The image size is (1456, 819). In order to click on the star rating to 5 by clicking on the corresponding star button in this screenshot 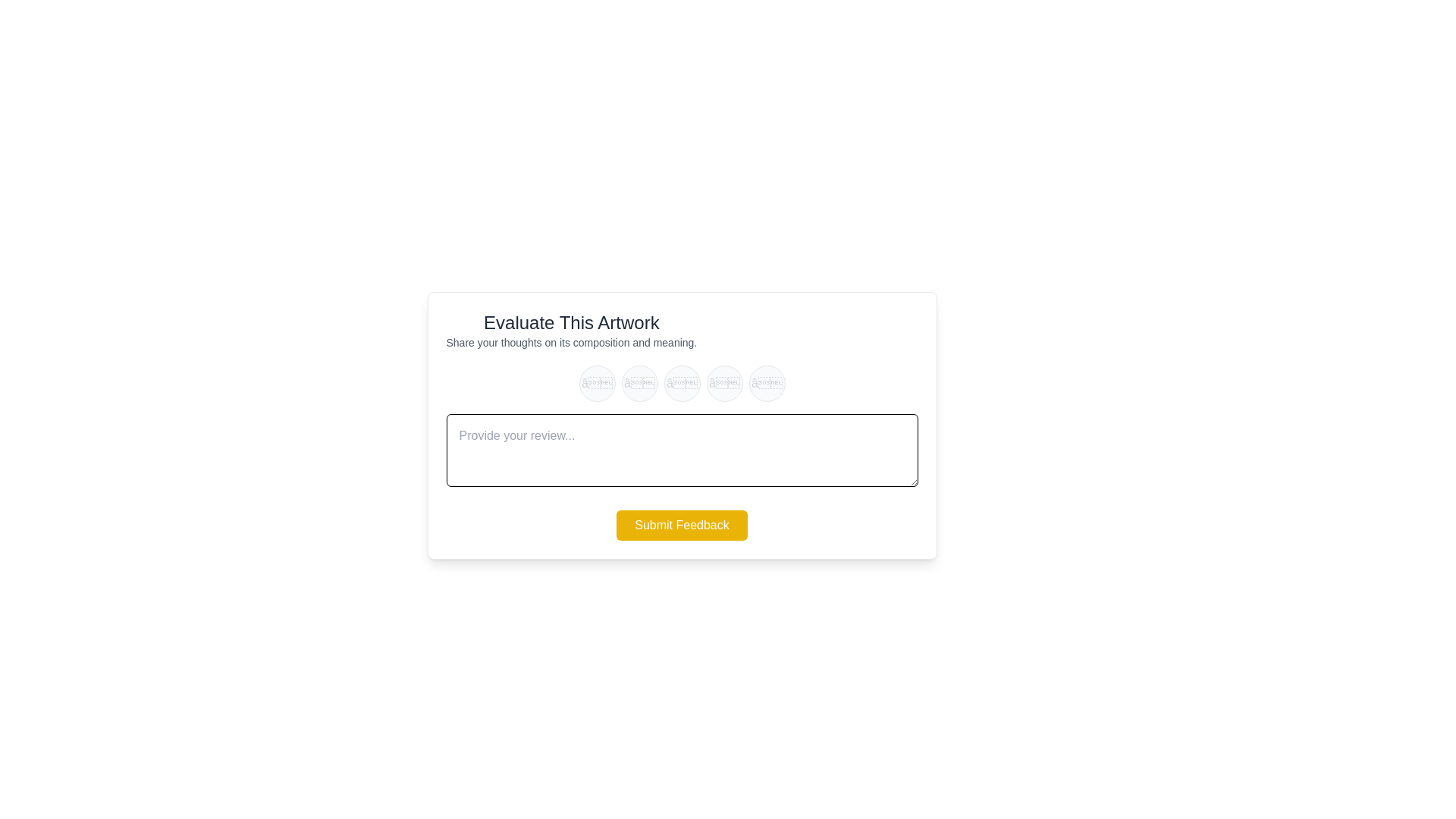, I will do `click(767, 382)`.